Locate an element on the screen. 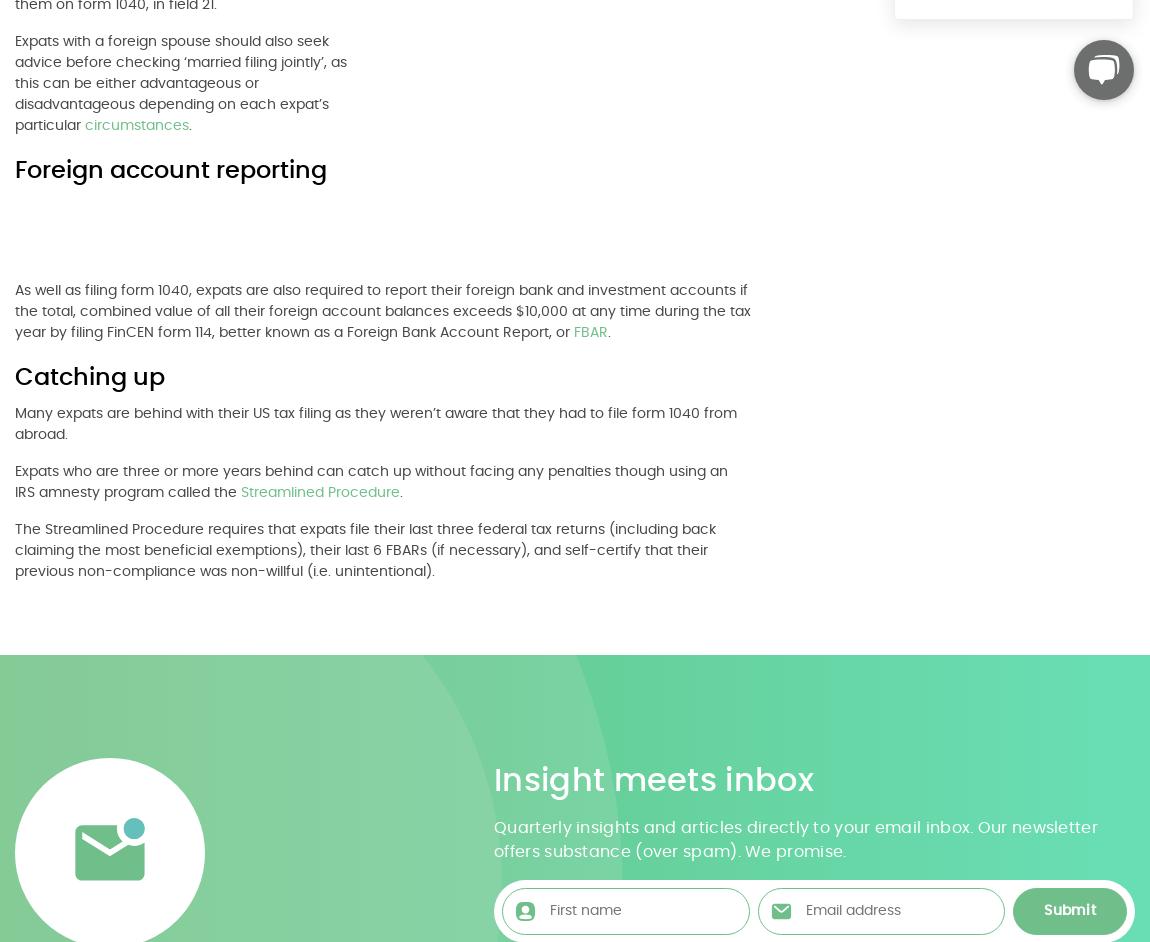 The width and height of the screenshot is (1150, 942). 'FBAR' is located at coordinates (589, 331).